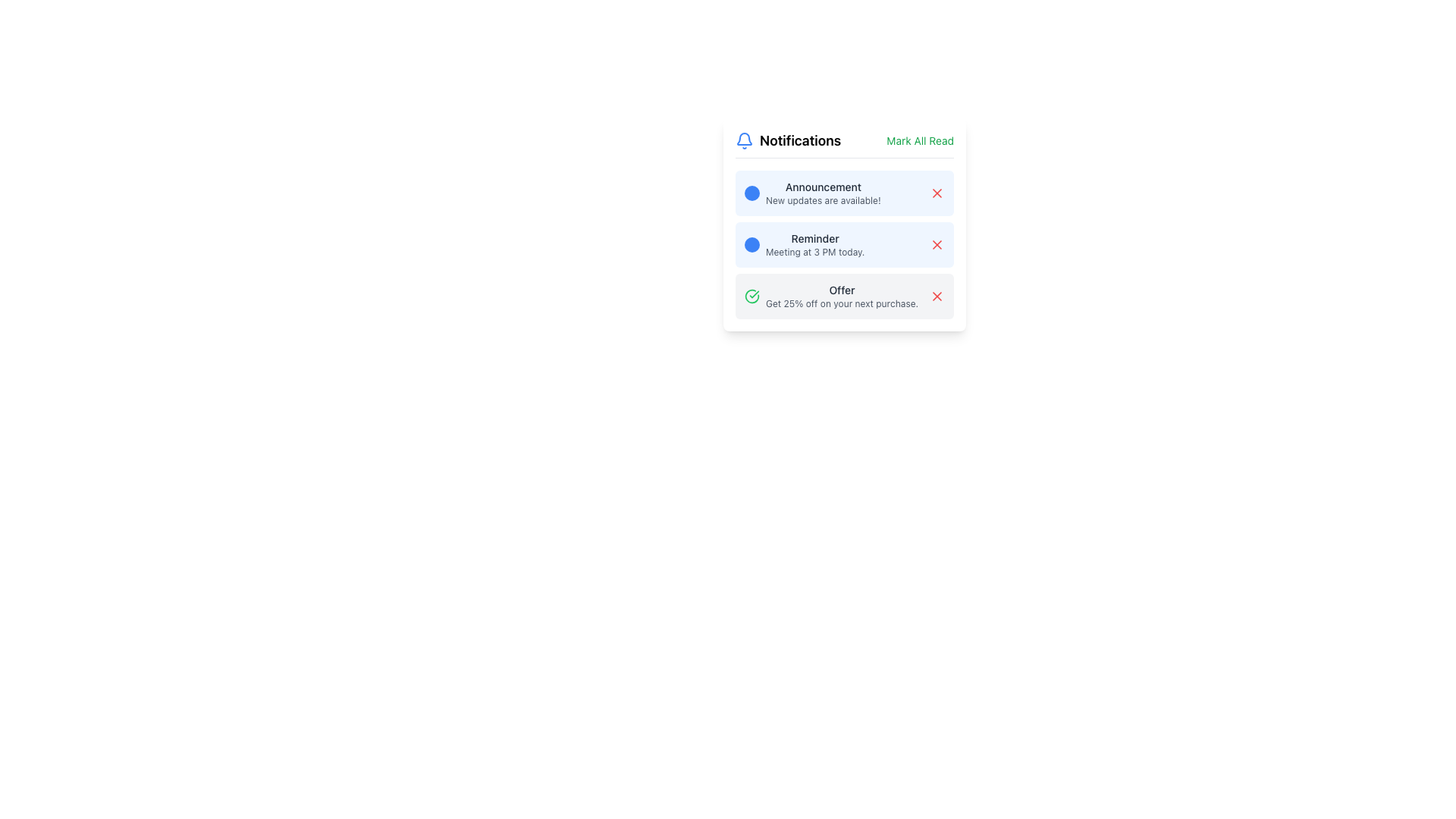  I want to click on the small circular visual indicator with a blue background located to the left of the 'Meeting at 3 PM today' text, so click(752, 244).